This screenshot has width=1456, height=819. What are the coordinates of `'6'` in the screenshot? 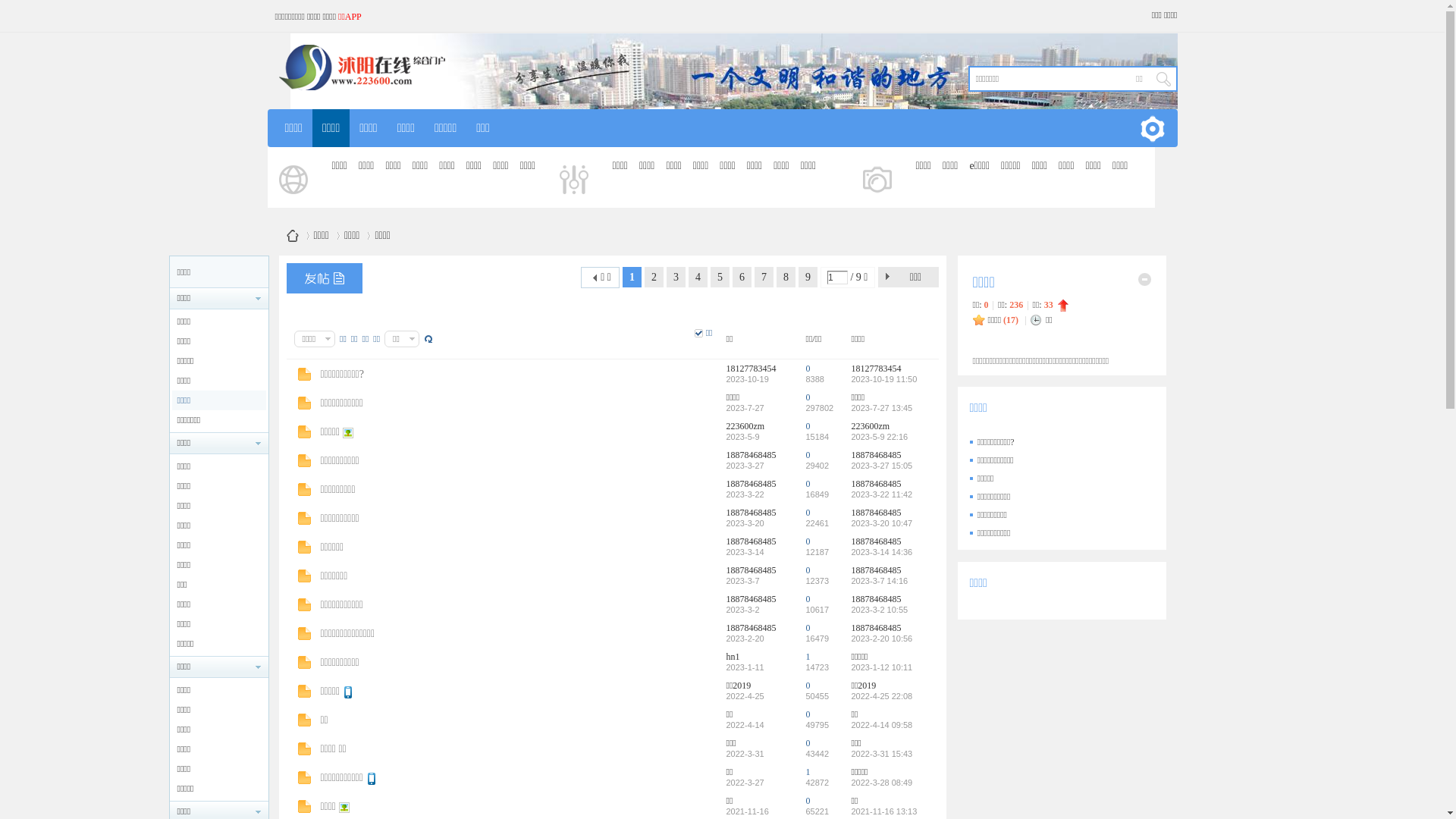 It's located at (742, 277).